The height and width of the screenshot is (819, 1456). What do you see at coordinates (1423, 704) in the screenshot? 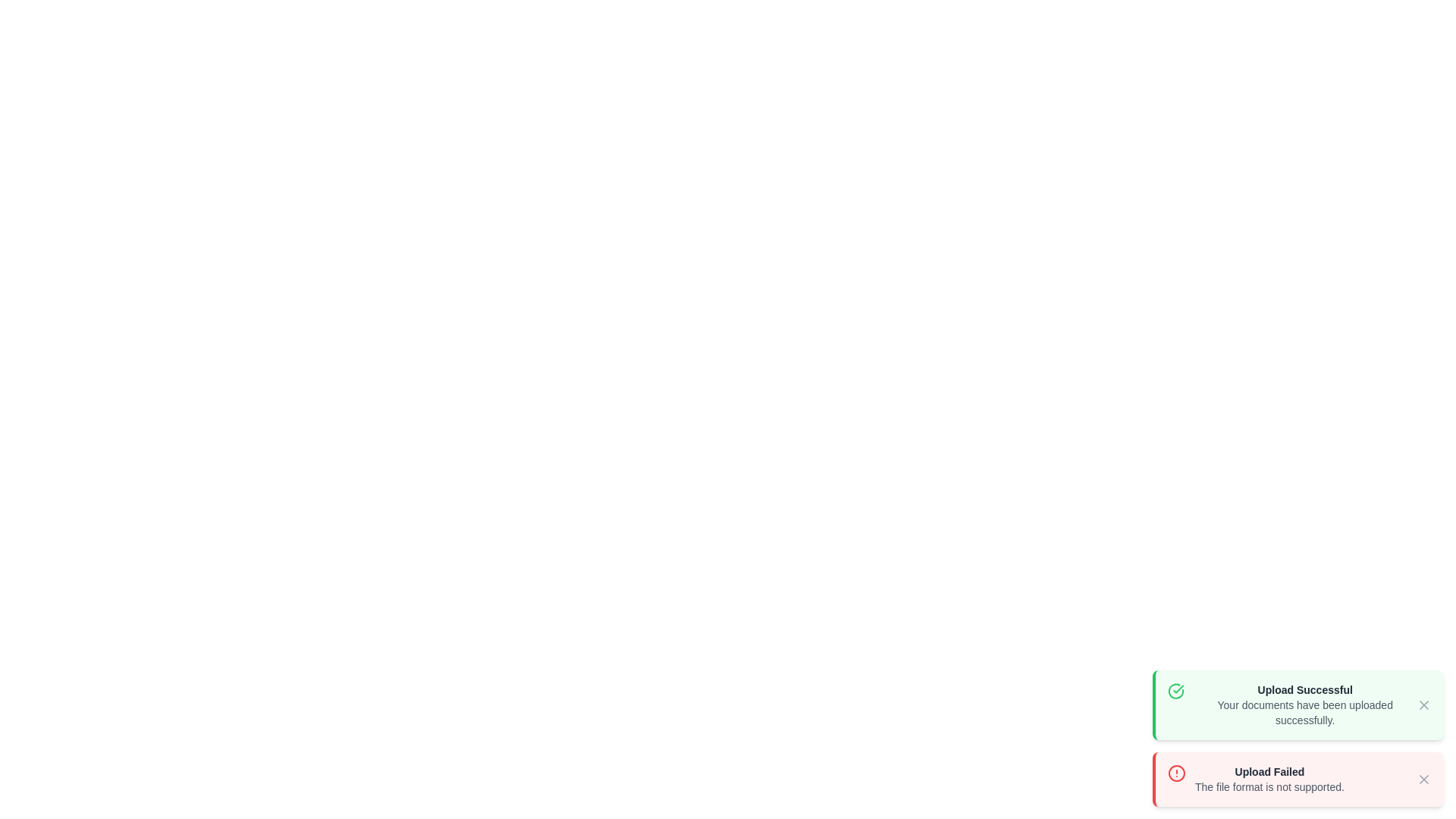
I see `close button of the notification with title Upload Successful` at bounding box center [1423, 704].